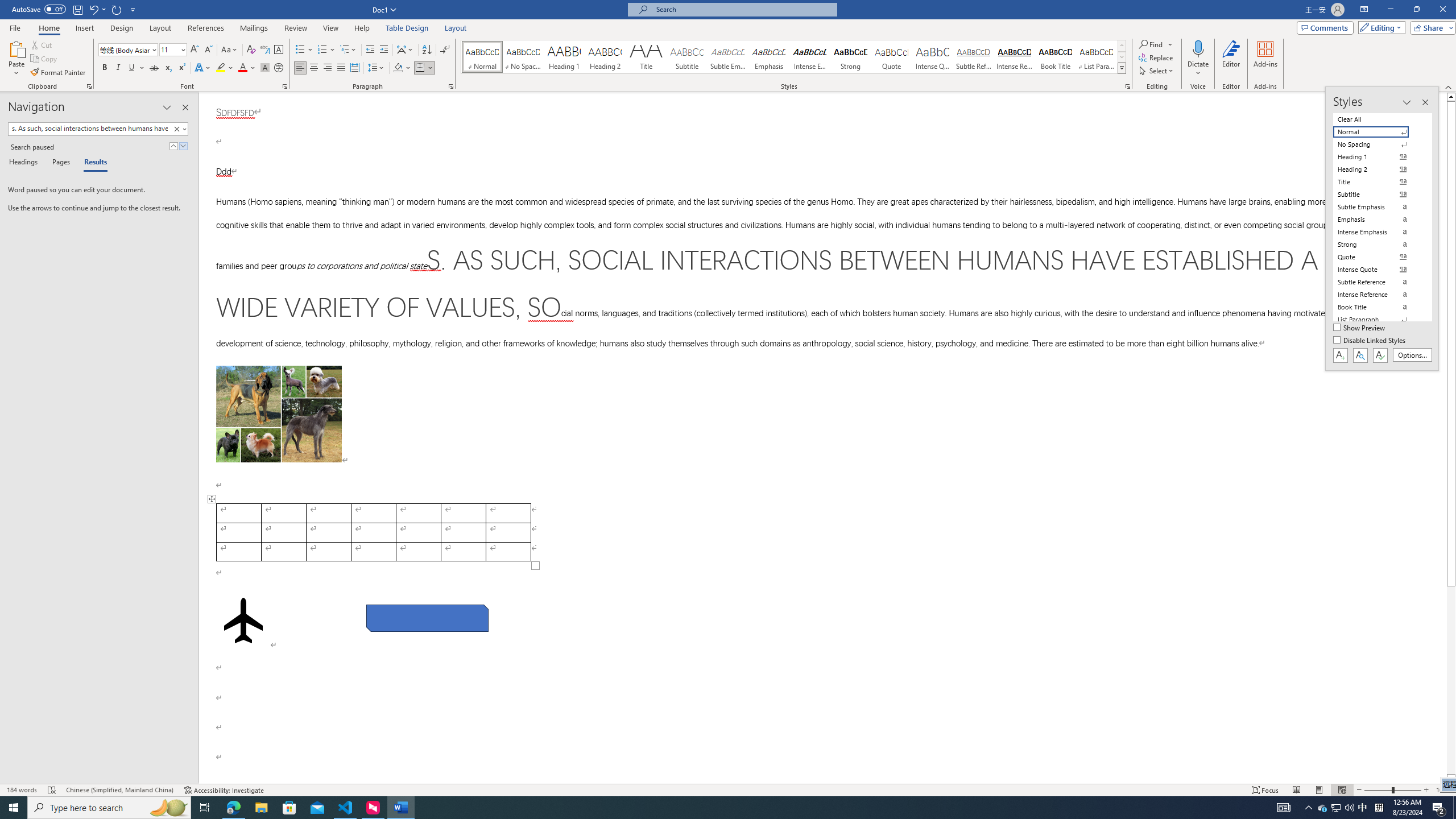  Describe the element at coordinates (93, 9) in the screenshot. I see `'Undo Style'` at that location.